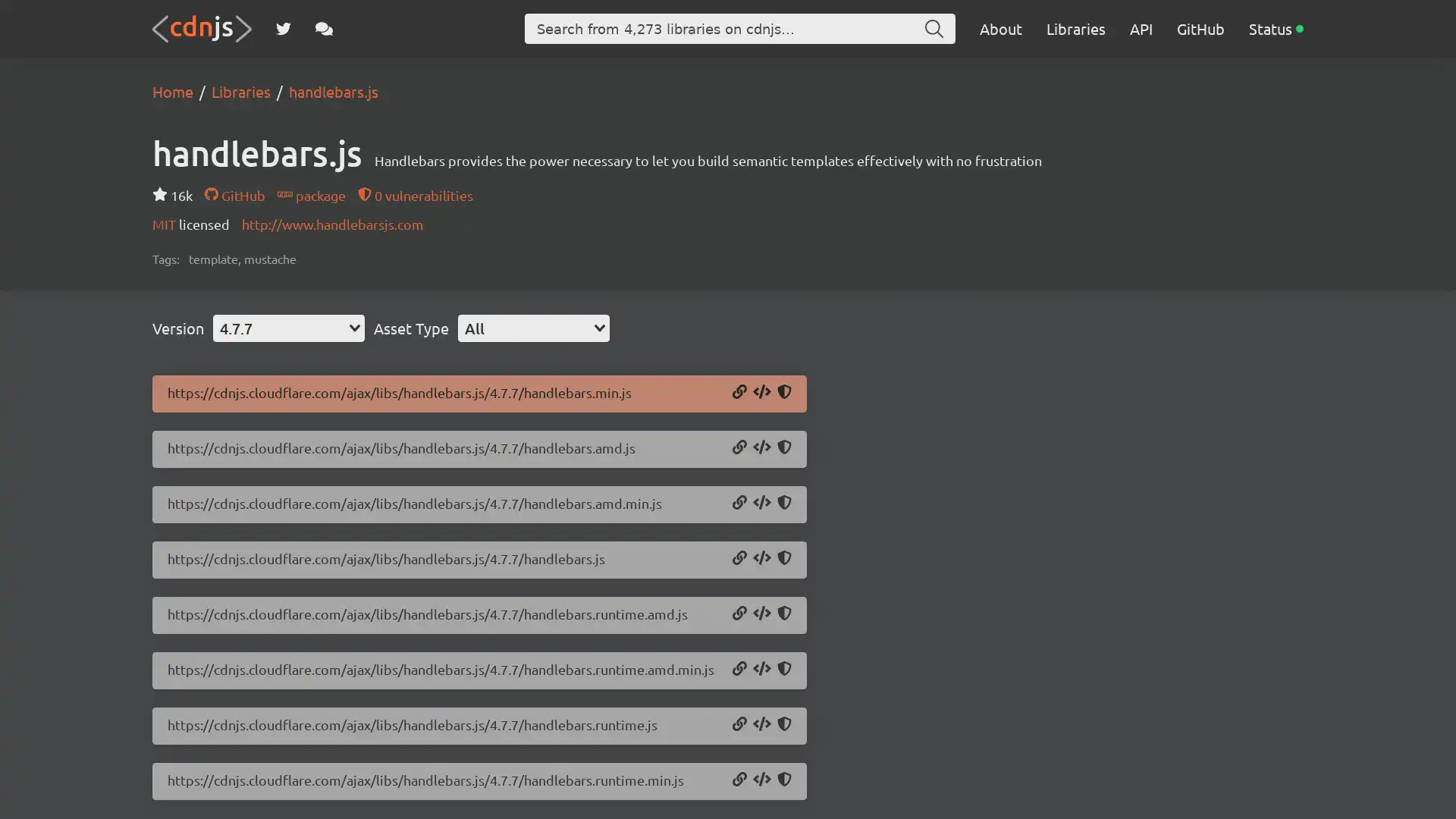 This screenshot has height=819, width=1456. I want to click on Copy URL, so click(739, 780).